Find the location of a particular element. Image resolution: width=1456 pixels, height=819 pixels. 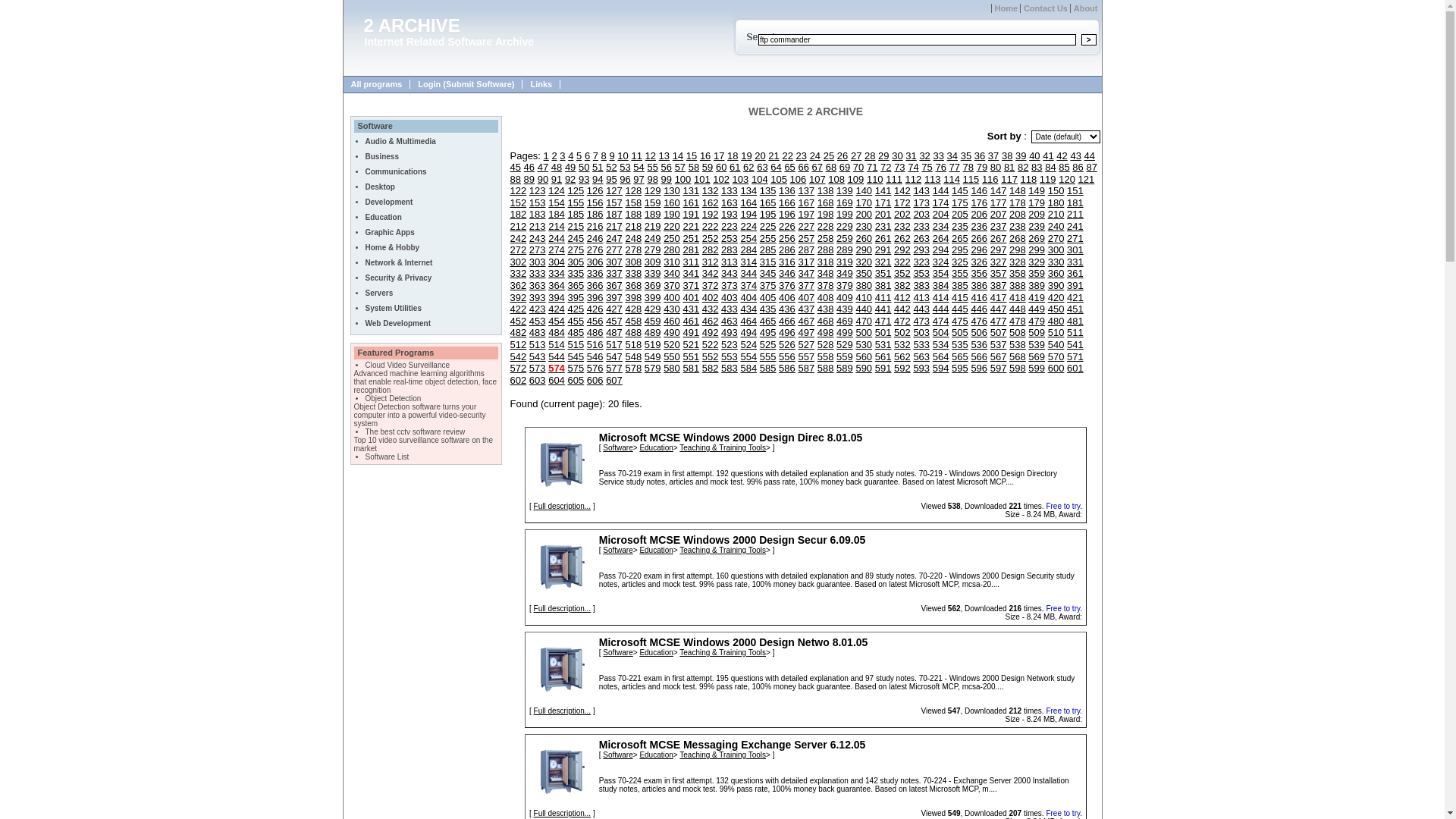

'145' is located at coordinates (950, 190).